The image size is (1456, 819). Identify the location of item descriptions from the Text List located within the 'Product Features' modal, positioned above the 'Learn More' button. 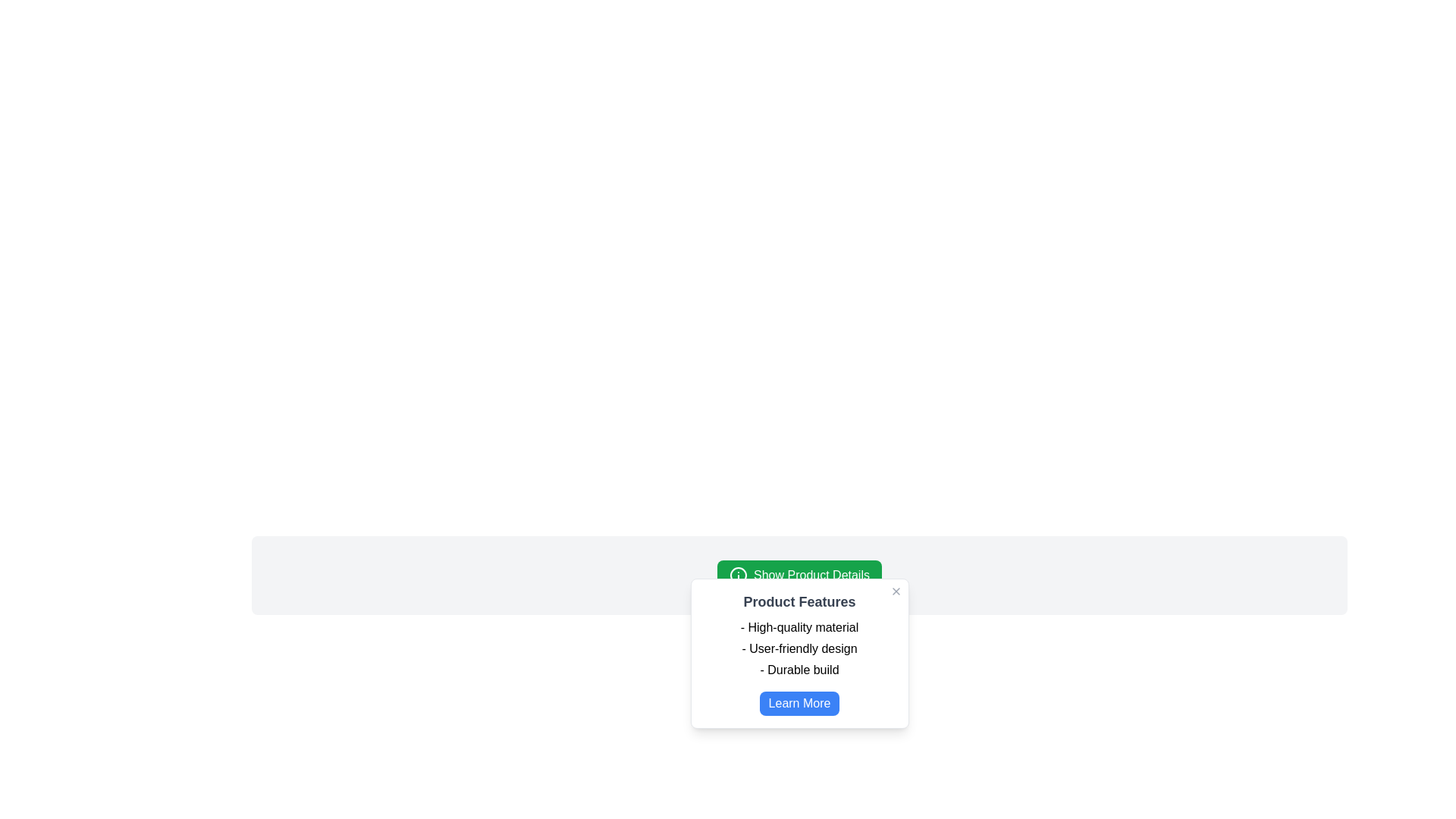
(799, 648).